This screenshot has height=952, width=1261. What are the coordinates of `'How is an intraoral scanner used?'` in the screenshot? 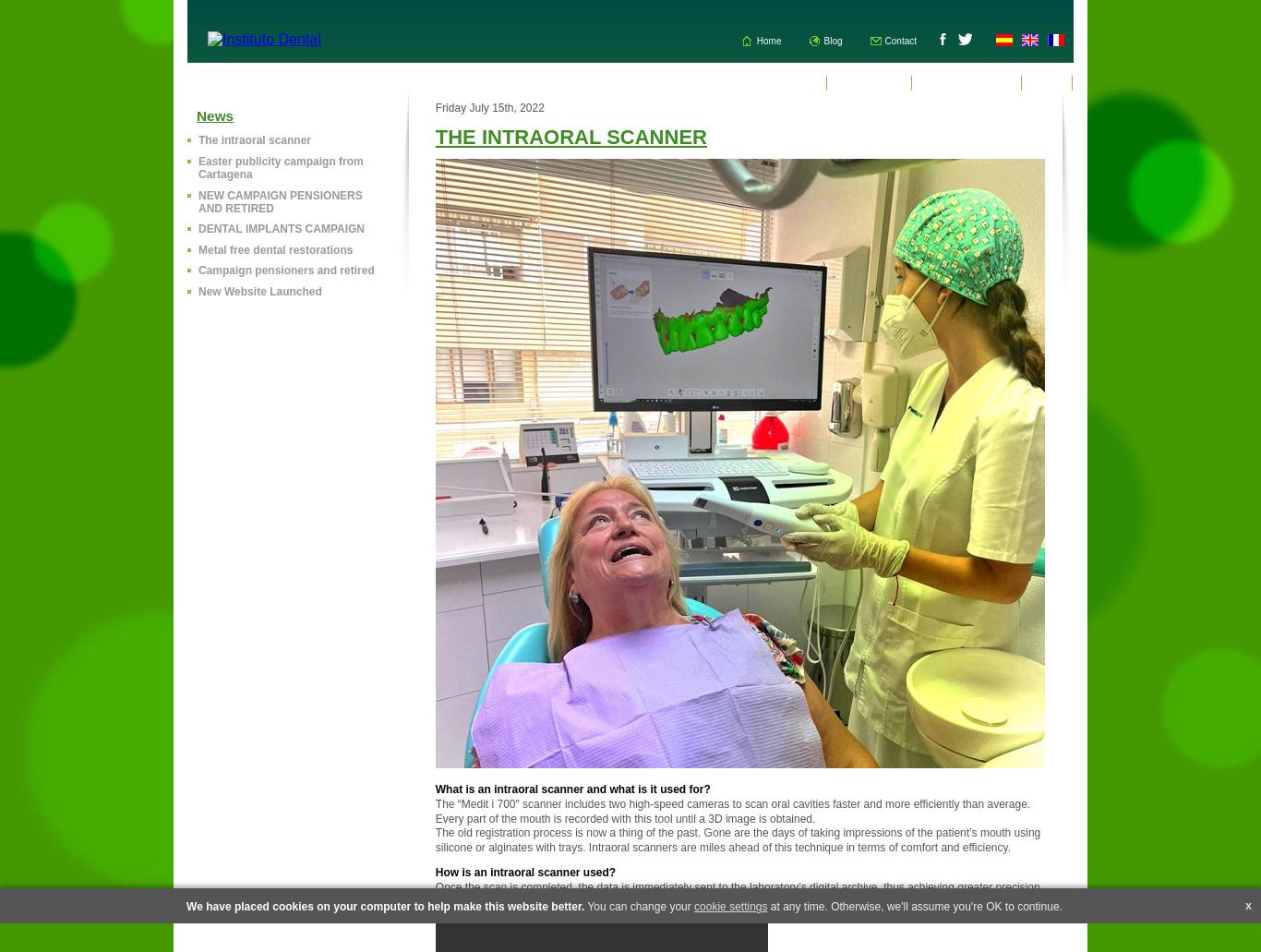 It's located at (524, 872).